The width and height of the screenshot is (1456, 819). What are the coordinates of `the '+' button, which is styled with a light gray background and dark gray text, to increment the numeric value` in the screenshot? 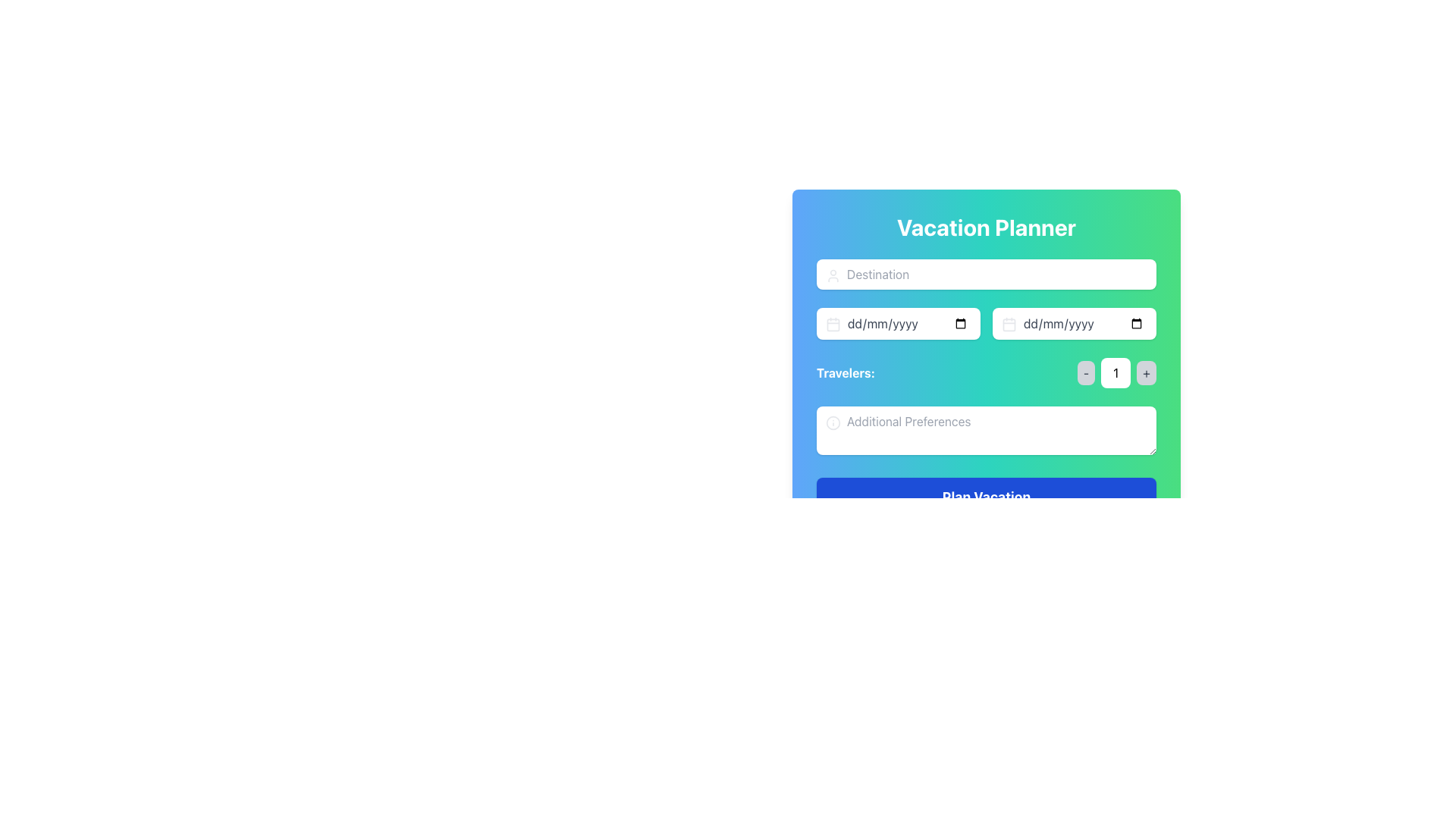 It's located at (1147, 373).